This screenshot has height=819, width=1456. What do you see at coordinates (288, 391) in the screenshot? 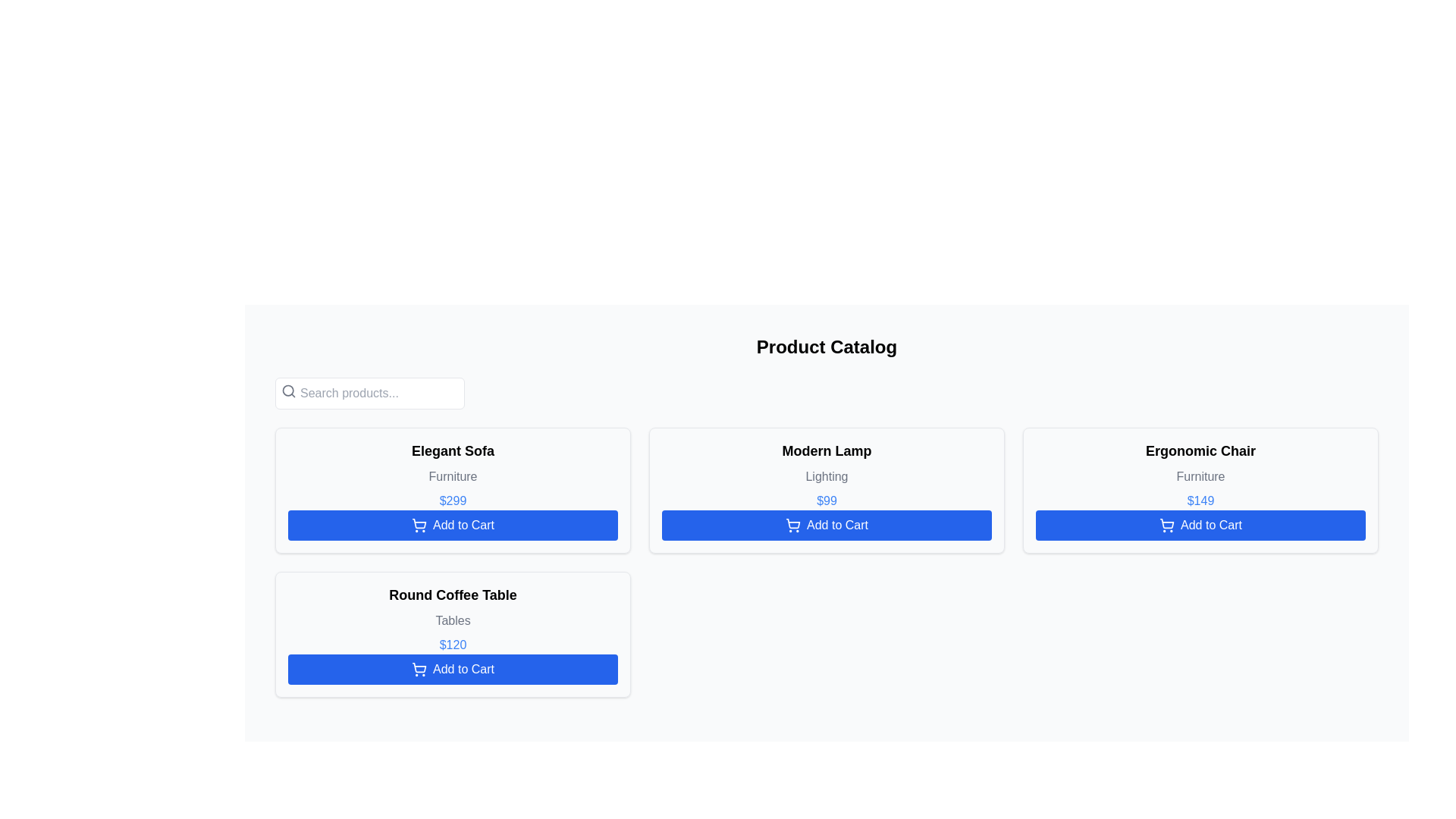
I see `the magnifying glass icon indicating search functionality, located on the left side of the search bar adjacent to the input field` at bounding box center [288, 391].